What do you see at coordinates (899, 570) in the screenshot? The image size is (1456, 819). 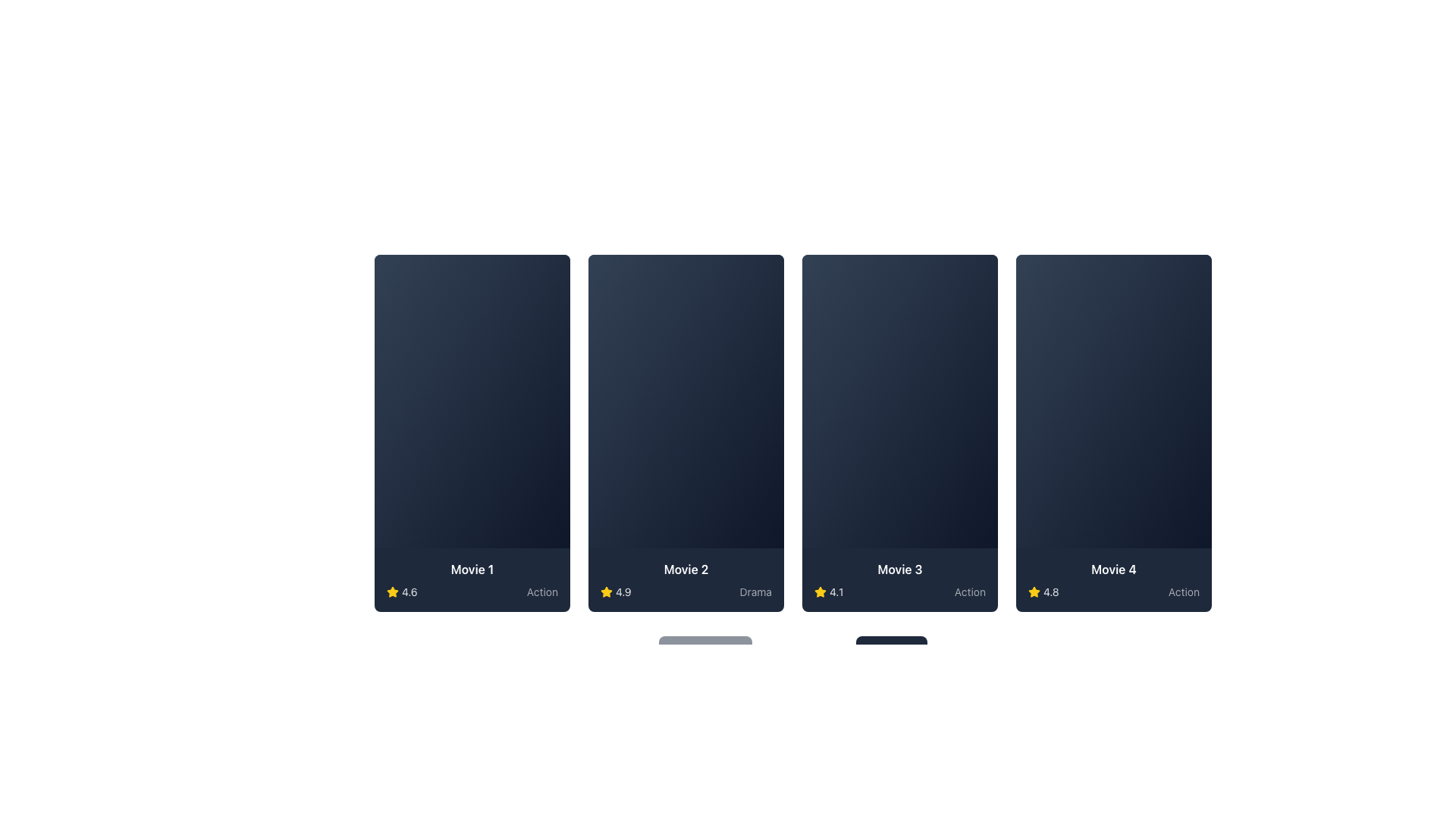 I see `the 'Movie 3' text label, which is displayed in white bold font on a dark blue background, located at the center of the third card in a series of four horizontally aligned cards` at bounding box center [899, 570].